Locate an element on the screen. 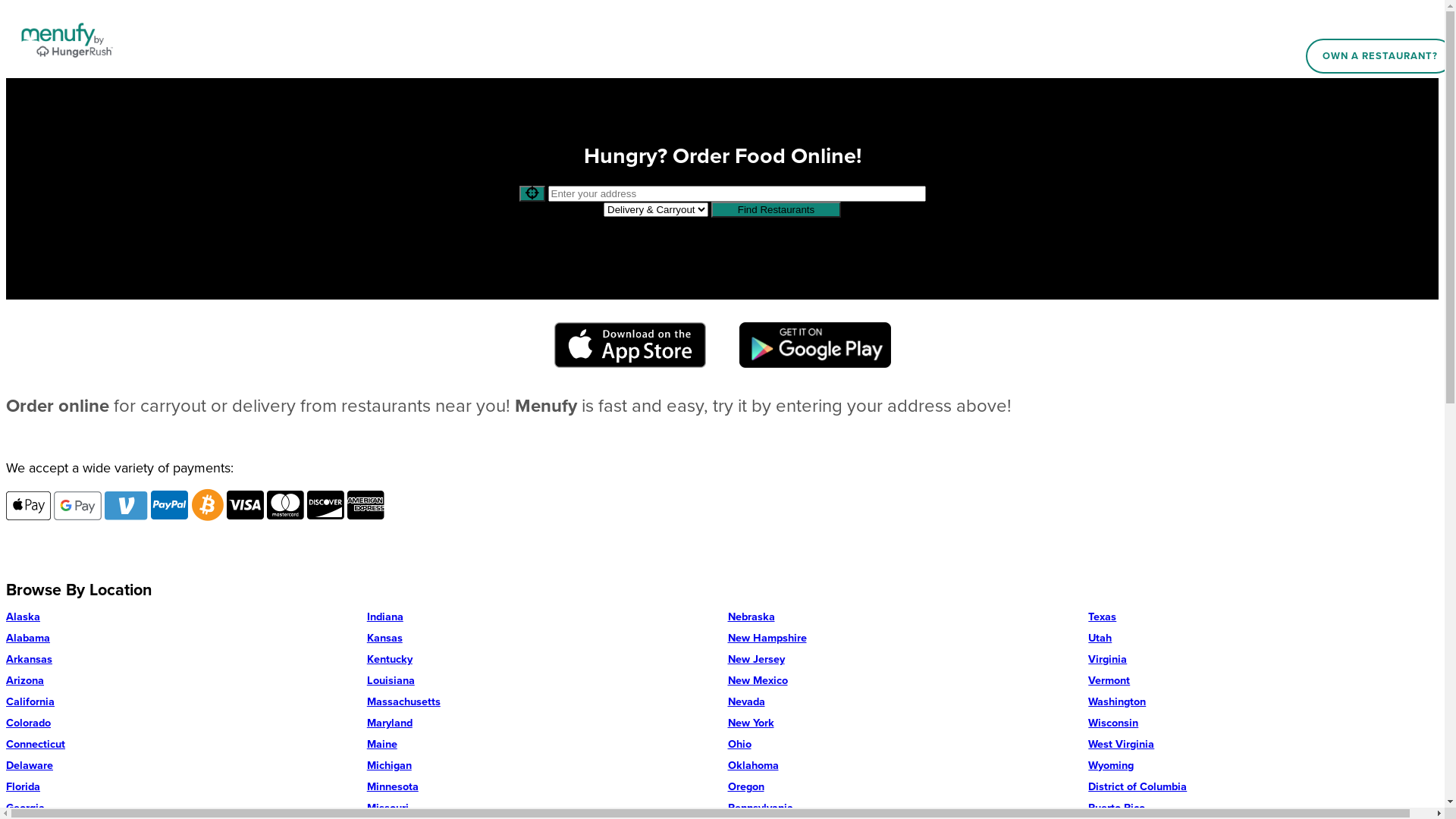 The image size is (1456, 819). 'Oklahoma' is located at coordinates (728, 766).